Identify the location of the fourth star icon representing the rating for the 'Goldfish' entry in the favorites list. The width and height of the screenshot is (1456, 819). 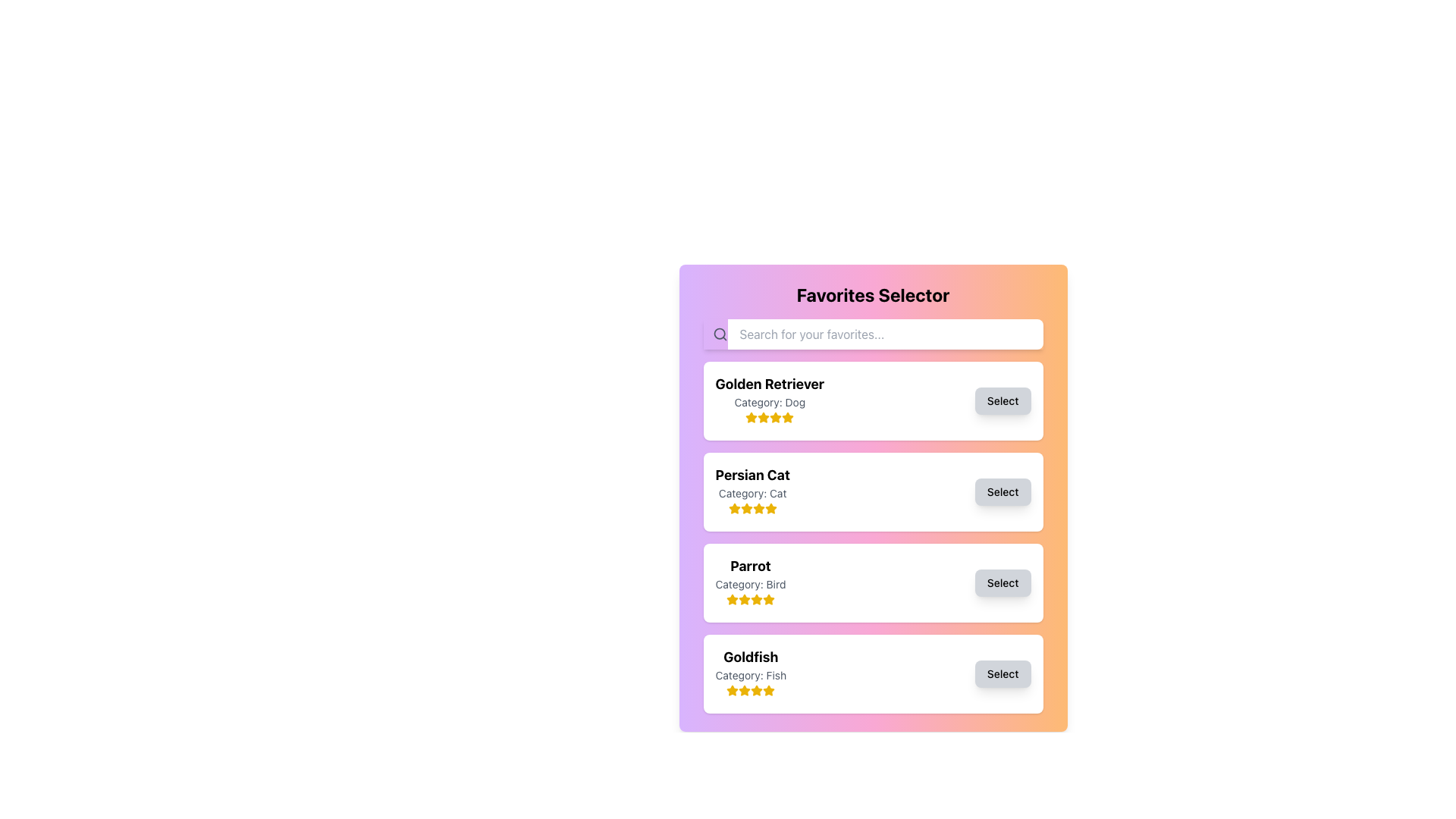
(769, 690).